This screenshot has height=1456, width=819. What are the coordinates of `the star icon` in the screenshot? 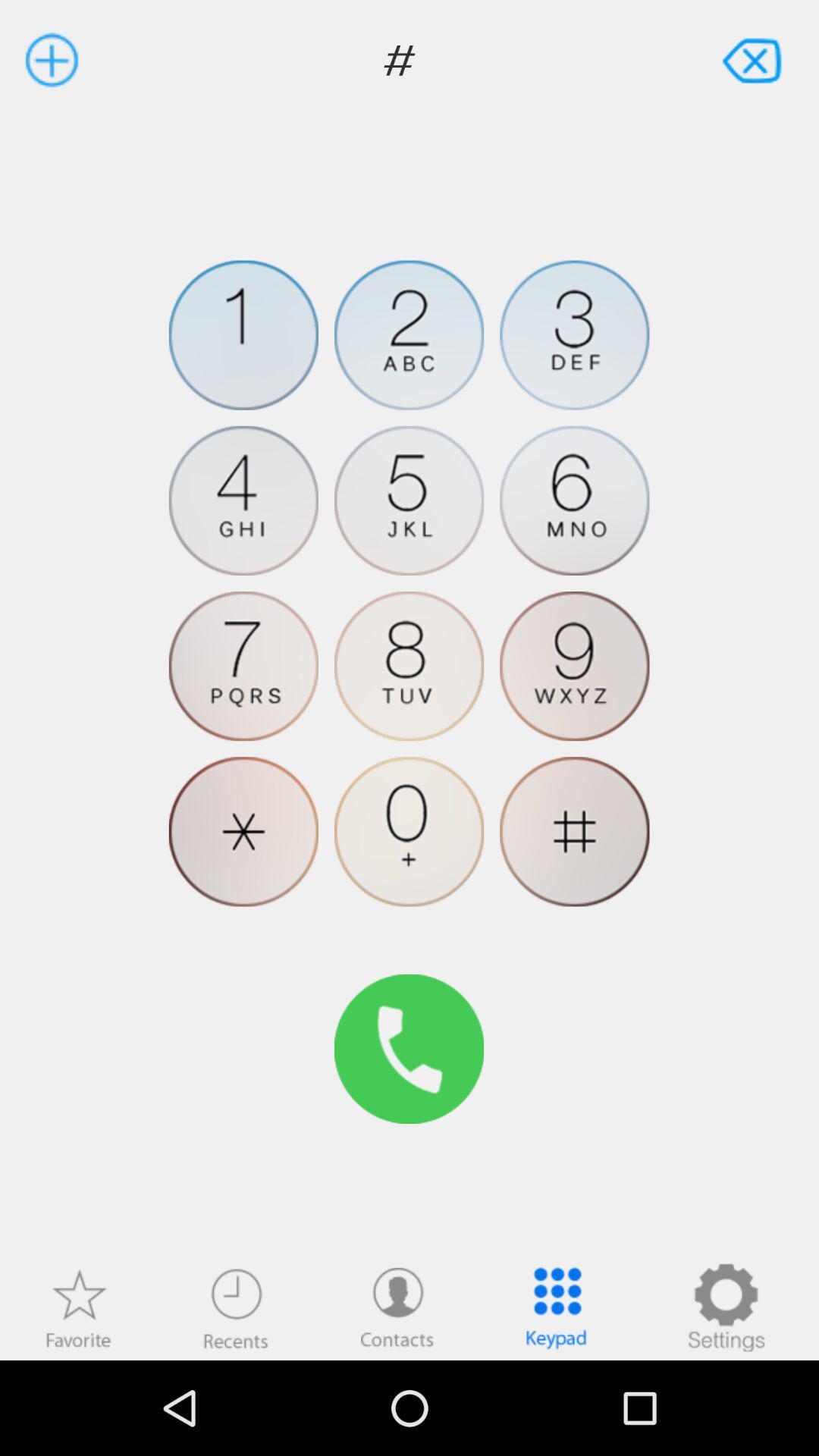 It's located at (78, 1398).